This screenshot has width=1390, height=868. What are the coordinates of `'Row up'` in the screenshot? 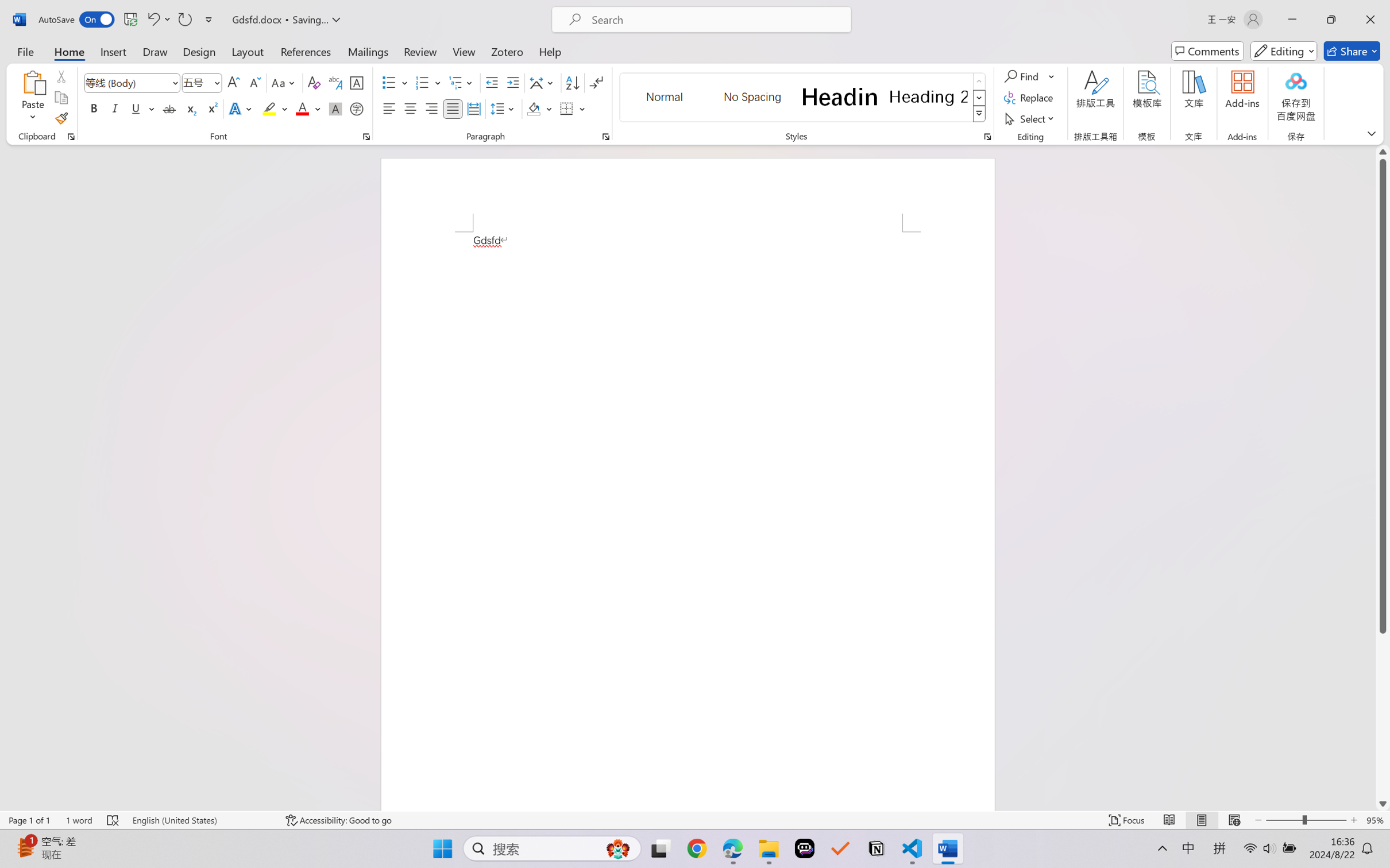 It's located at (978, 81).